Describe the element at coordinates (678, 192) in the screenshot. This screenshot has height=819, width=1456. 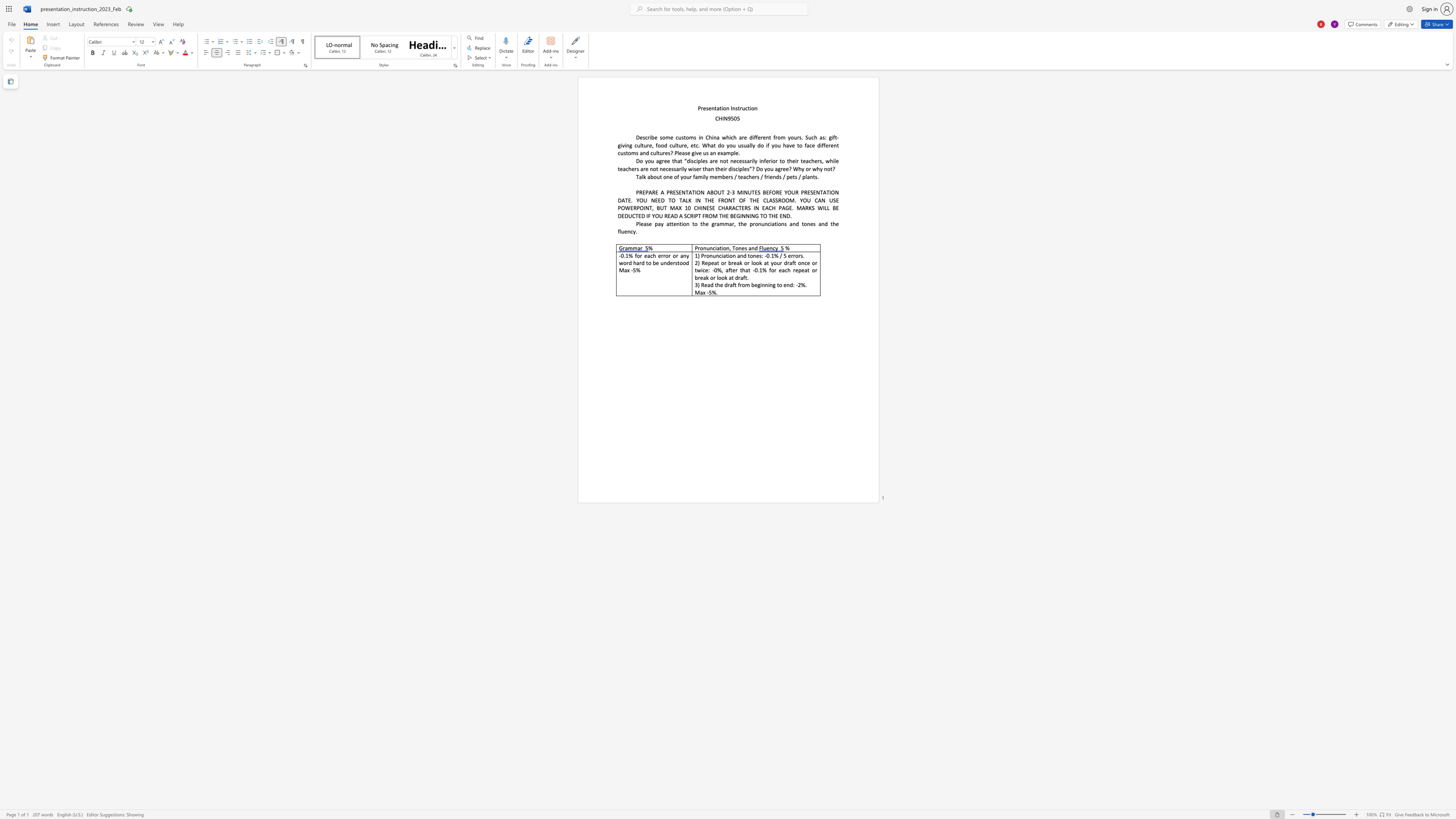
I see `the subset text "ENTATION AB" within the text "PREPARE A PRESENTATION ABOUT 2"` at that location.